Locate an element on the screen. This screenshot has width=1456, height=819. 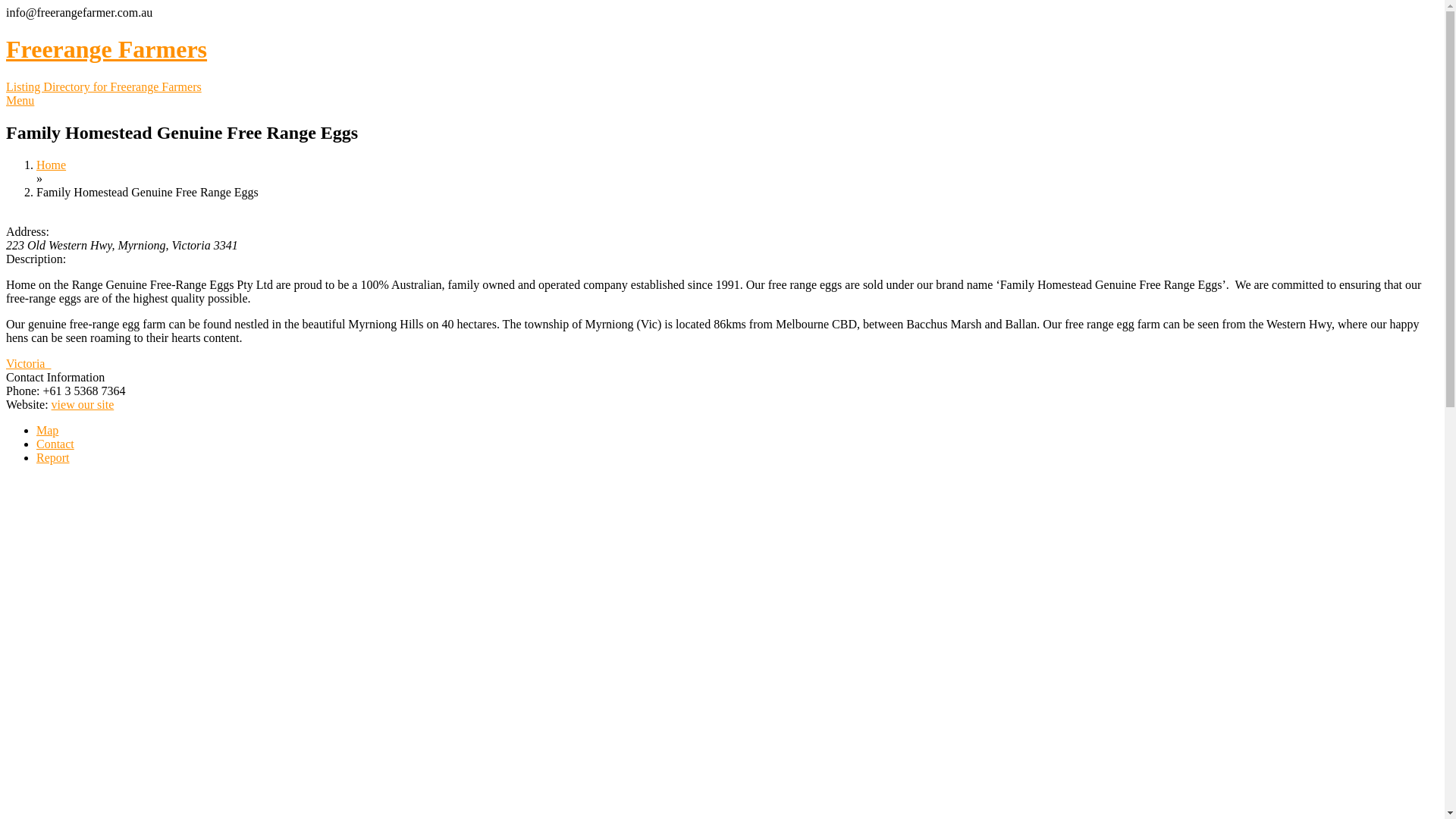
'Victoria  ' is located at coordinates (28, 363).